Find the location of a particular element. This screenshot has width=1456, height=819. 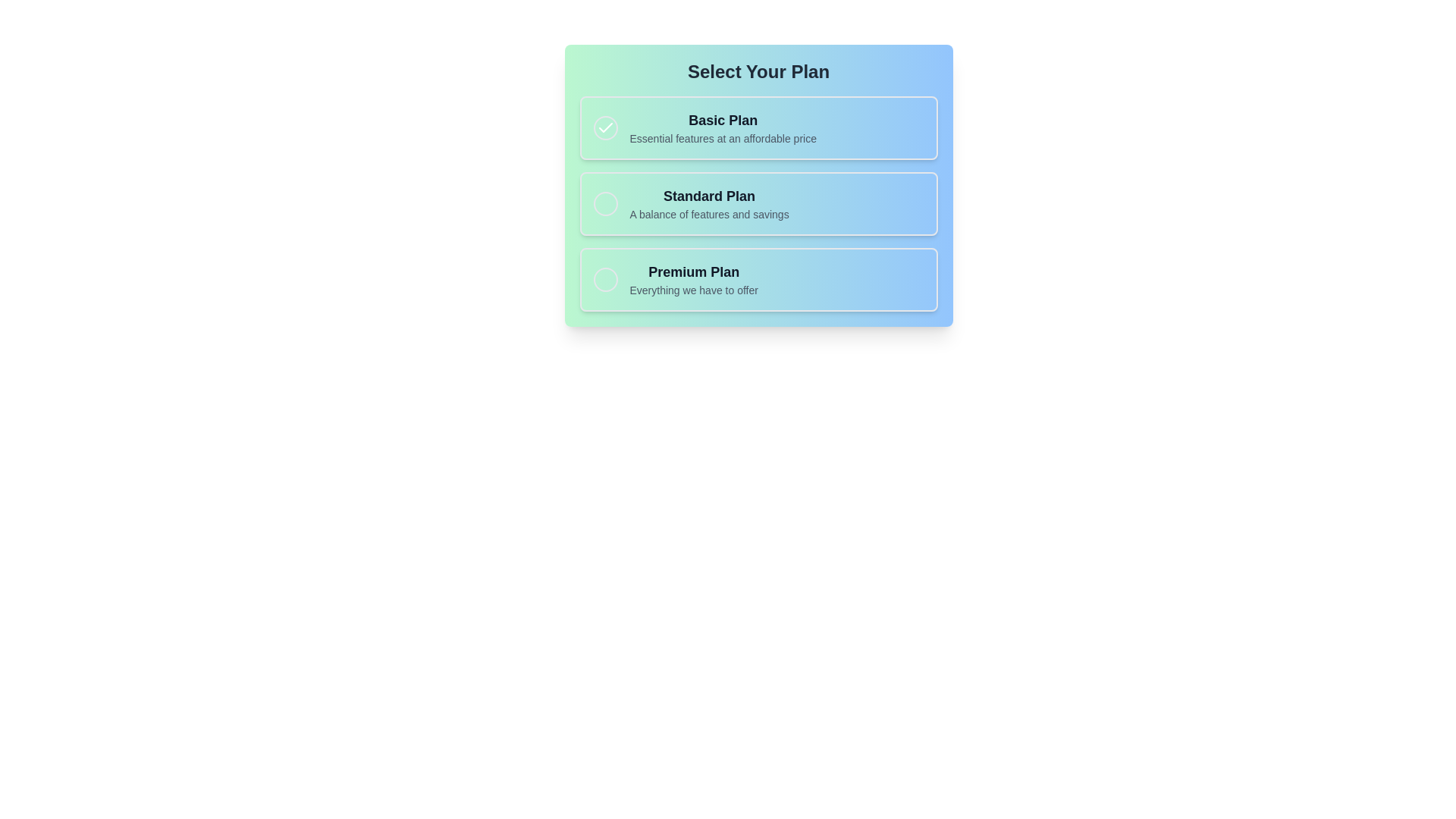

the static text label that displays 'Standard Plan' in bold, large black font, located in the middle card of the 'Select Your Plan' section is located at coordinates (708, 195).